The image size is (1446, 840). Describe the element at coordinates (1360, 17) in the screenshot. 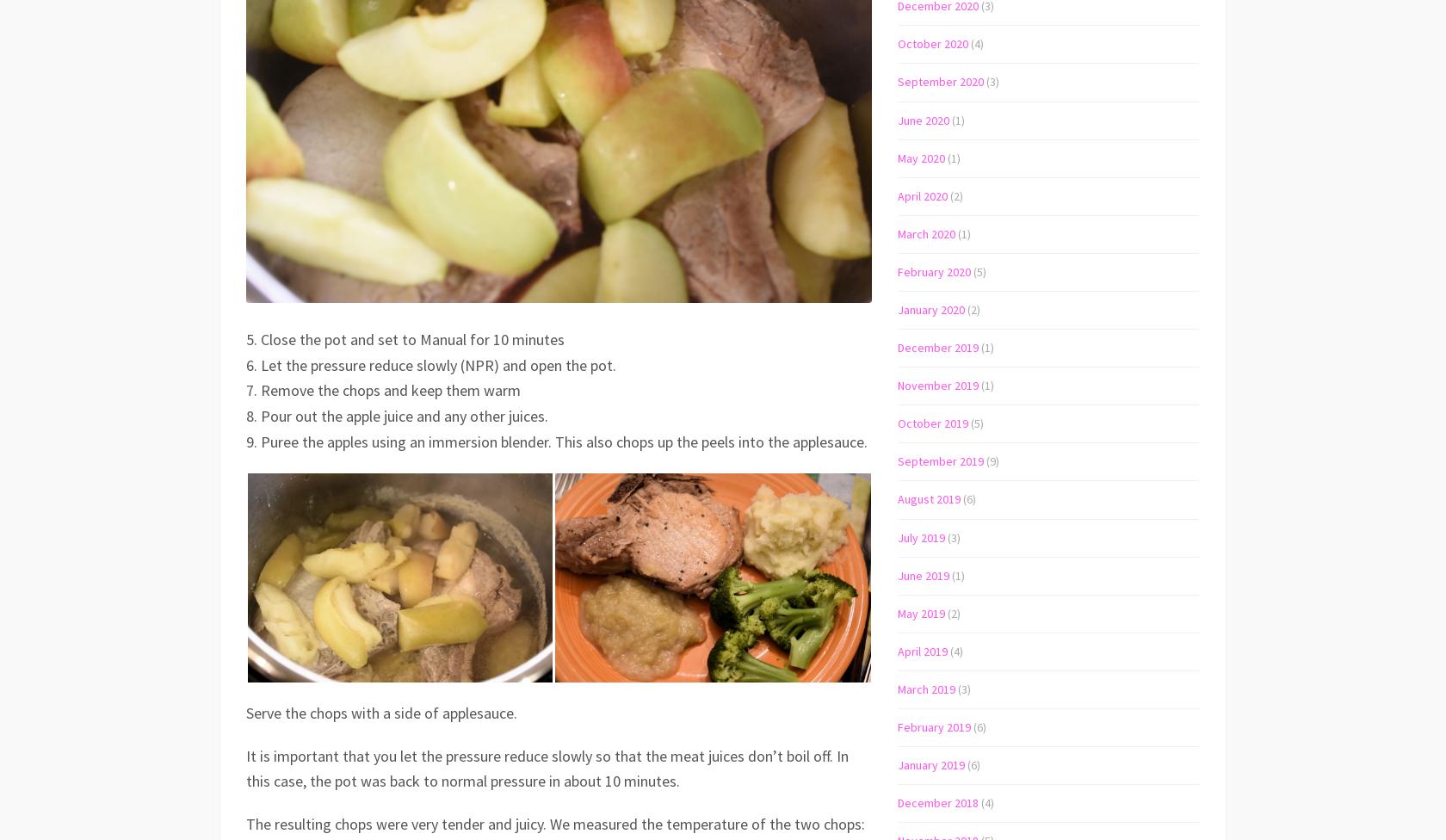

I see `'Follow'` at that location.